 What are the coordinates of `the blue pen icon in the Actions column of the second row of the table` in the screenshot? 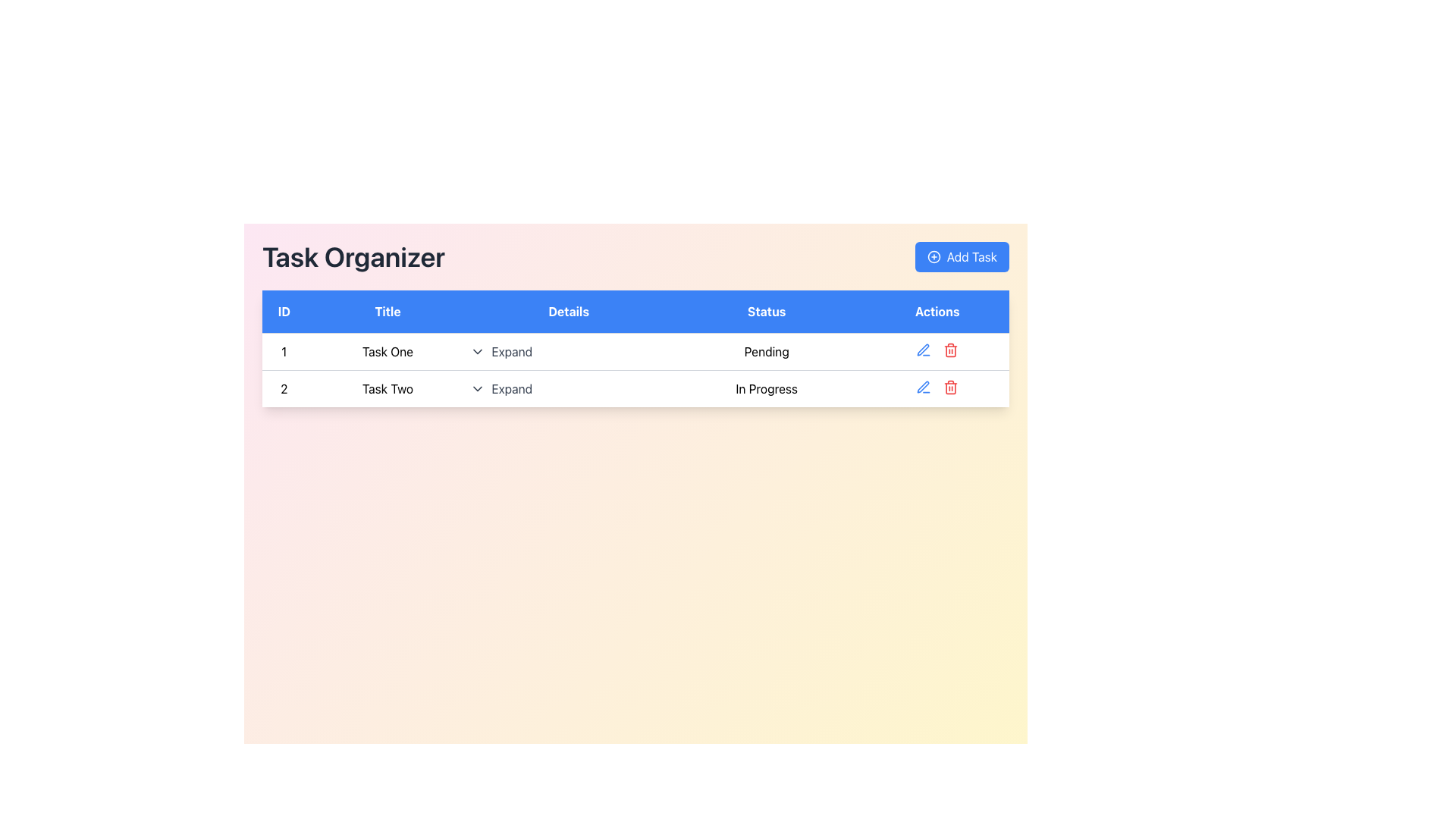 It's located at (923, 350).